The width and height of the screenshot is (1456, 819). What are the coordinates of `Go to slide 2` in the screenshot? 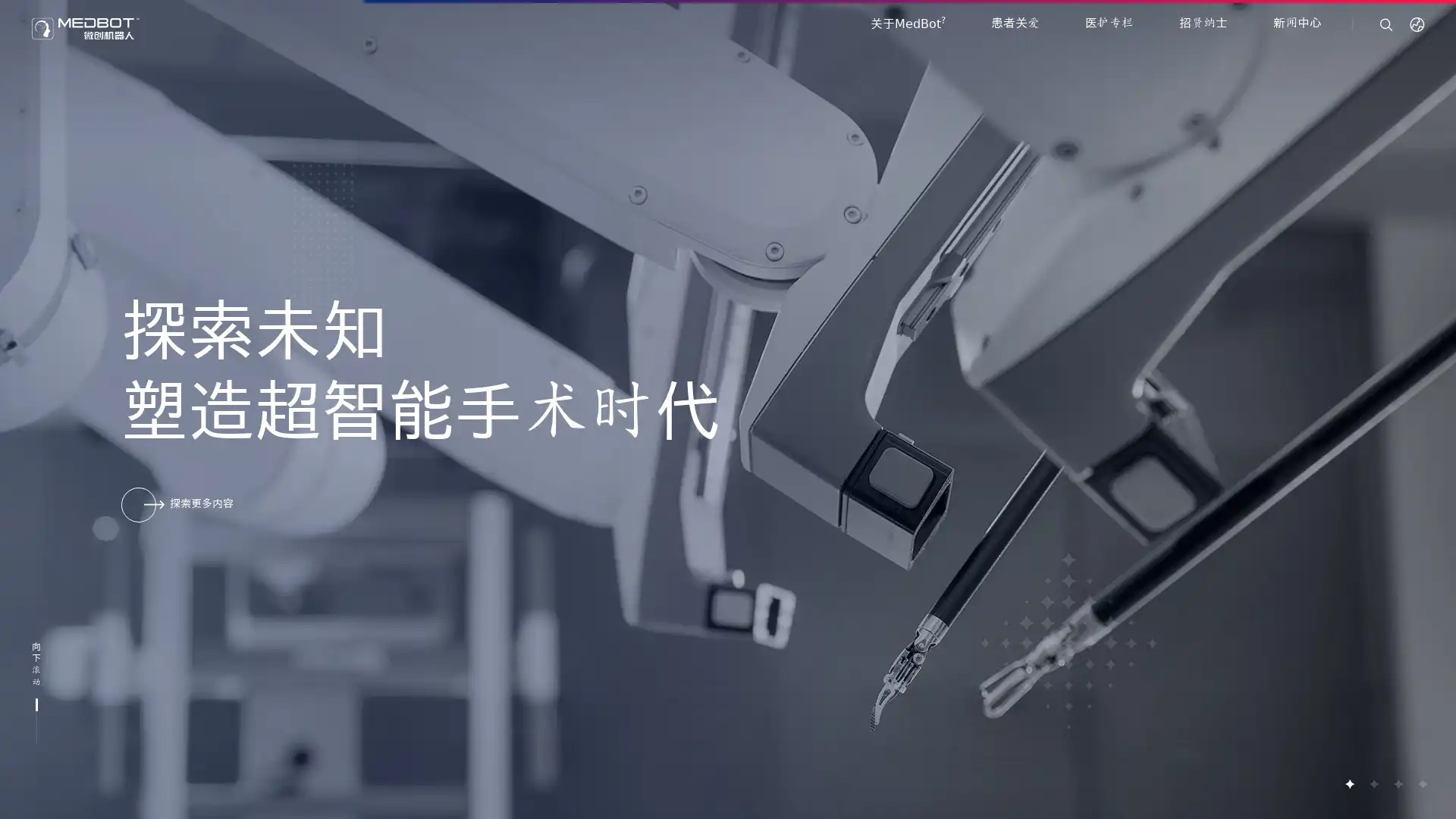 It's located at (1373, 783).